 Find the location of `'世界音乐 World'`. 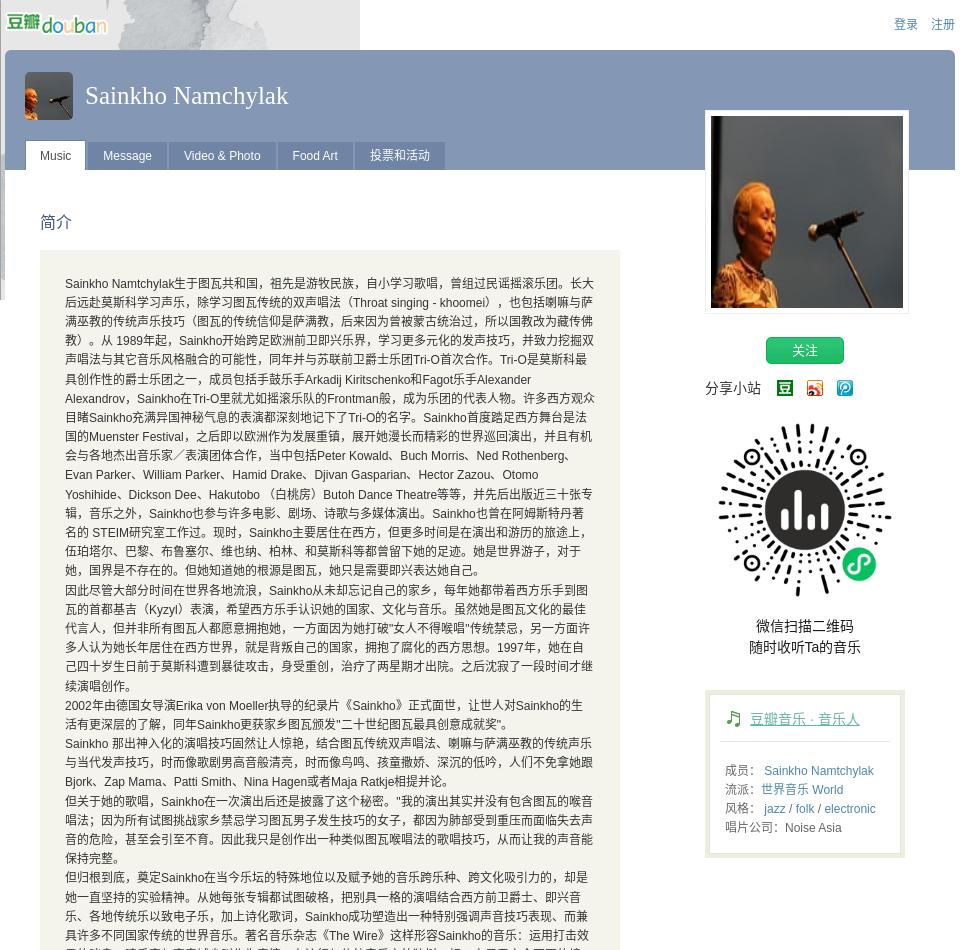

'世界音乐 World' is located at coordinates (801, 787).